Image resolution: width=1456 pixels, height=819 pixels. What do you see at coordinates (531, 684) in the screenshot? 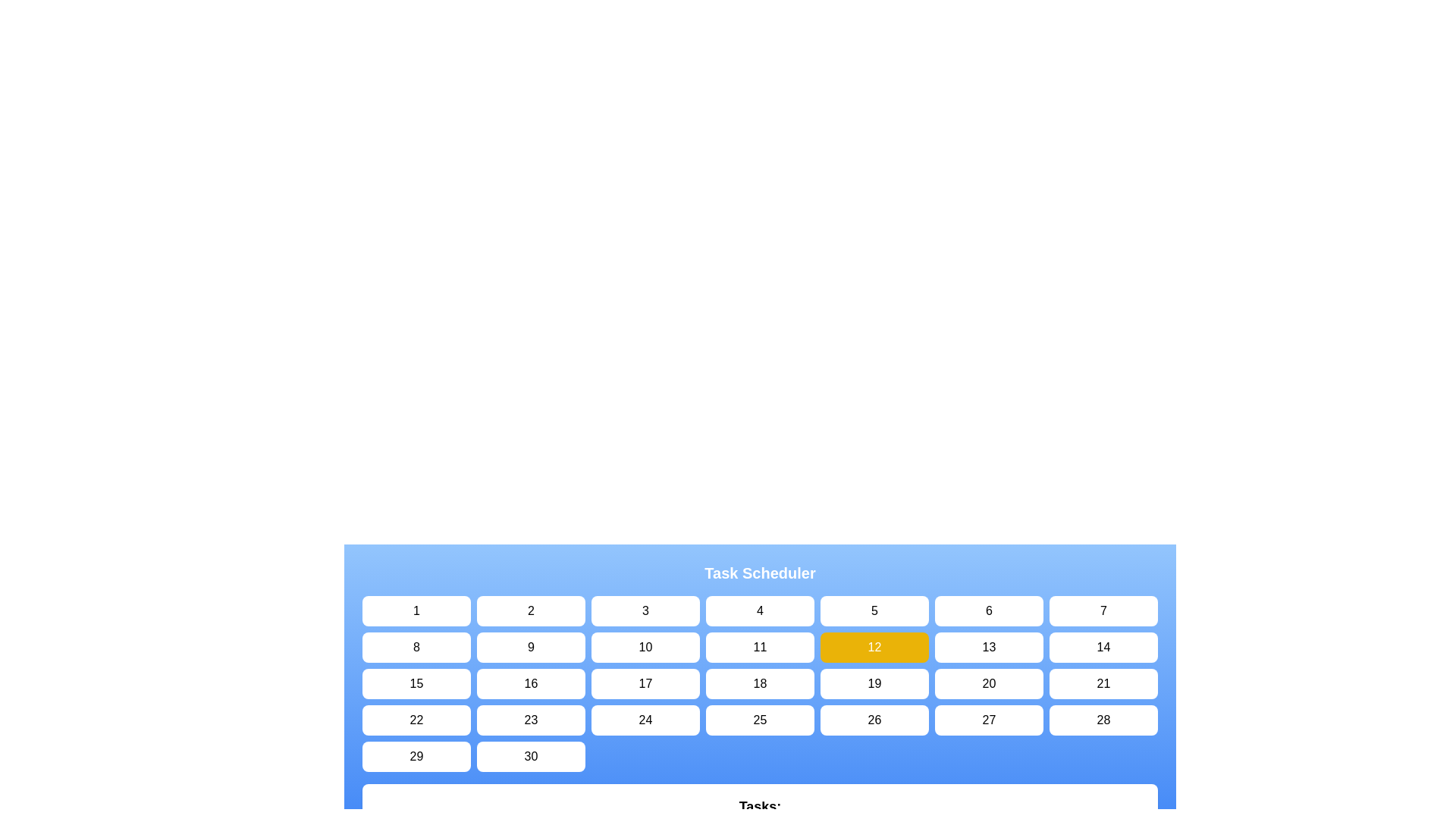
I see `the button displaying the number '16' located in the third row and second column of the grid layout` at bounding box center [531, 684].